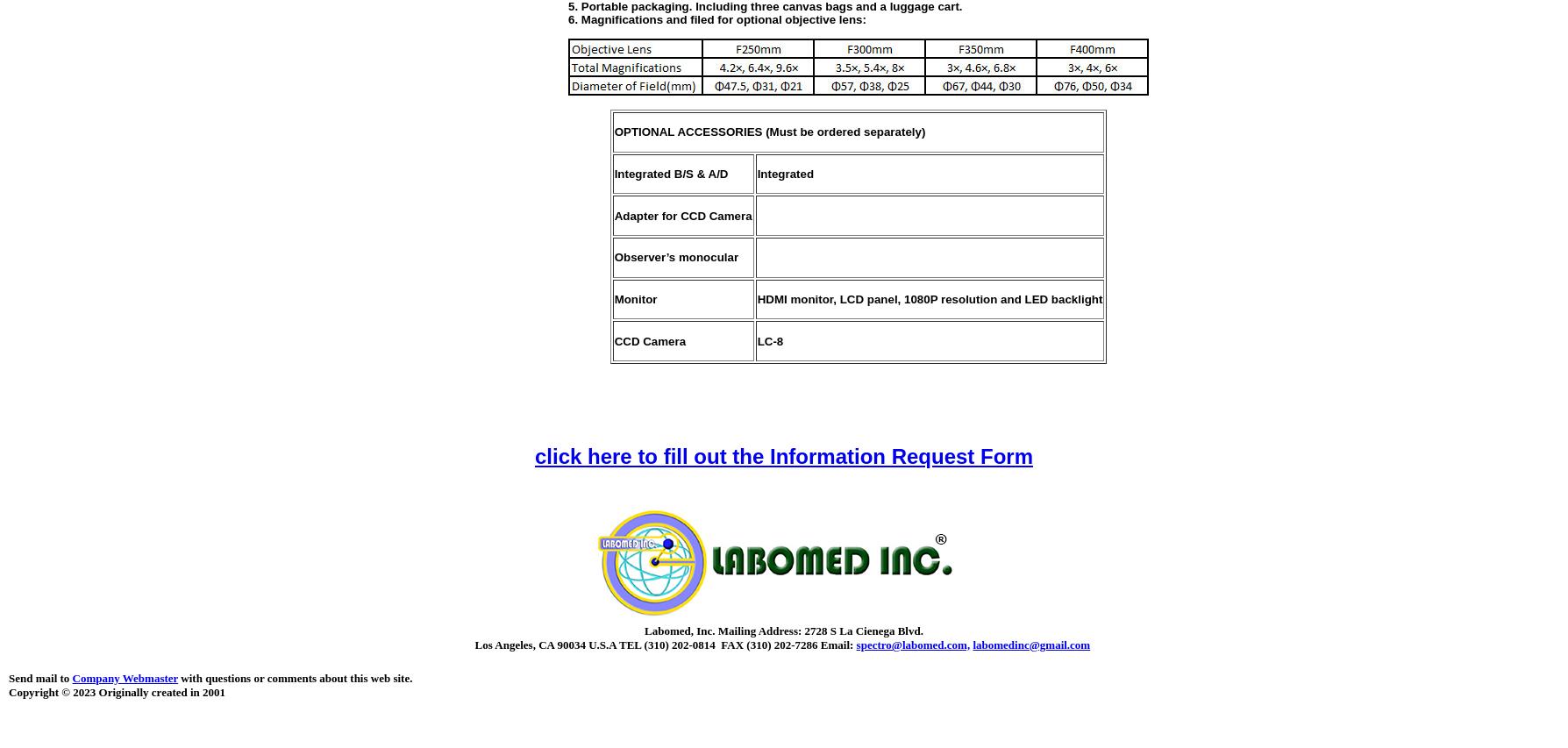 Image resolution: width=1568 pixels, height=748 pixels. Describe the element at coordinates (929, 298) in the screenshot. I see `'HDMI monitor, LCD panel, 1080P resolution and LED backlight'` at that location.